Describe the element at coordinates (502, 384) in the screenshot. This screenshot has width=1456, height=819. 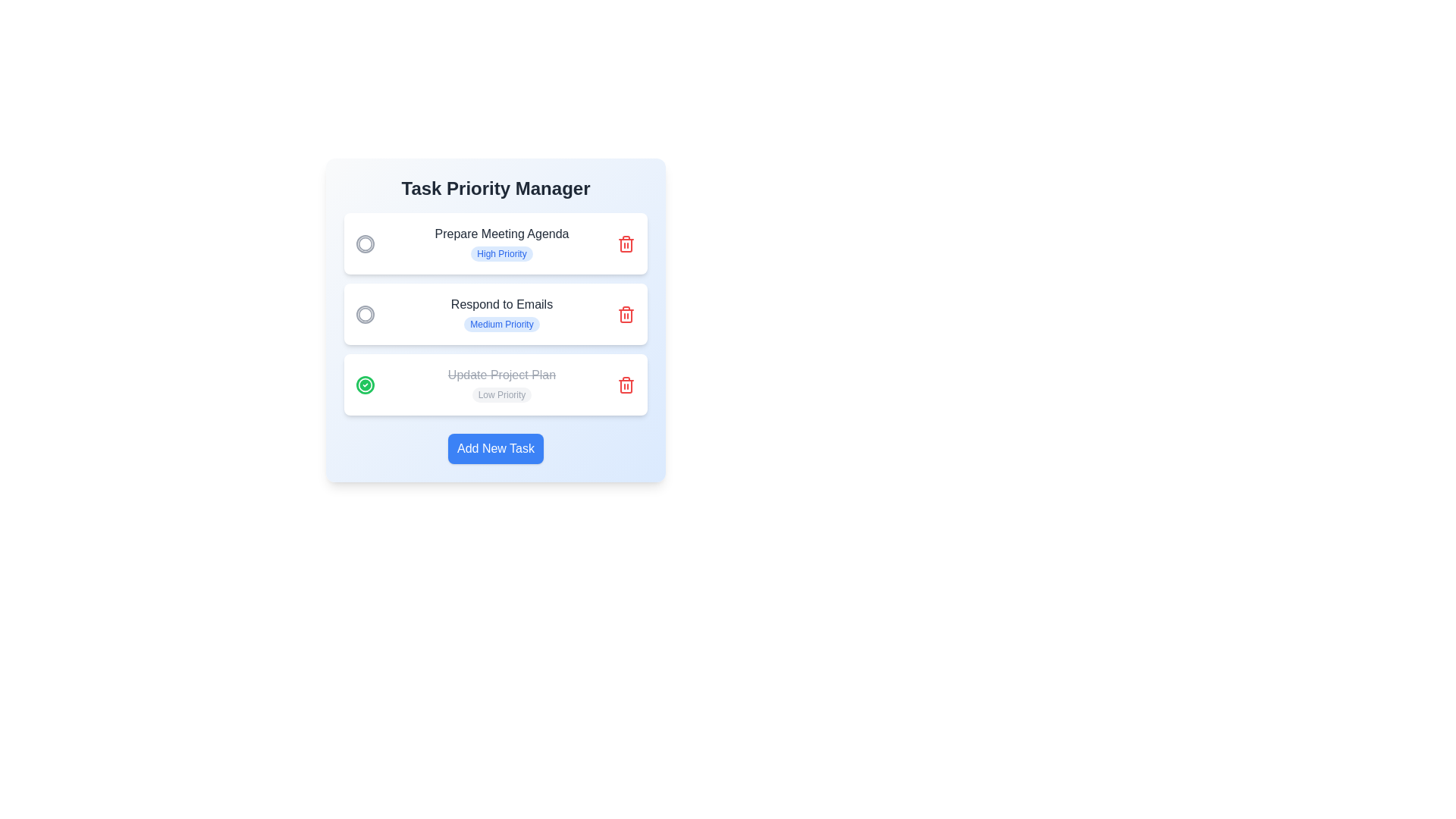
I see `the task list entry labeled 'Update Project Plan' with a strikethrough title and a 'Low Priority' label to associate it with other components` at that location.